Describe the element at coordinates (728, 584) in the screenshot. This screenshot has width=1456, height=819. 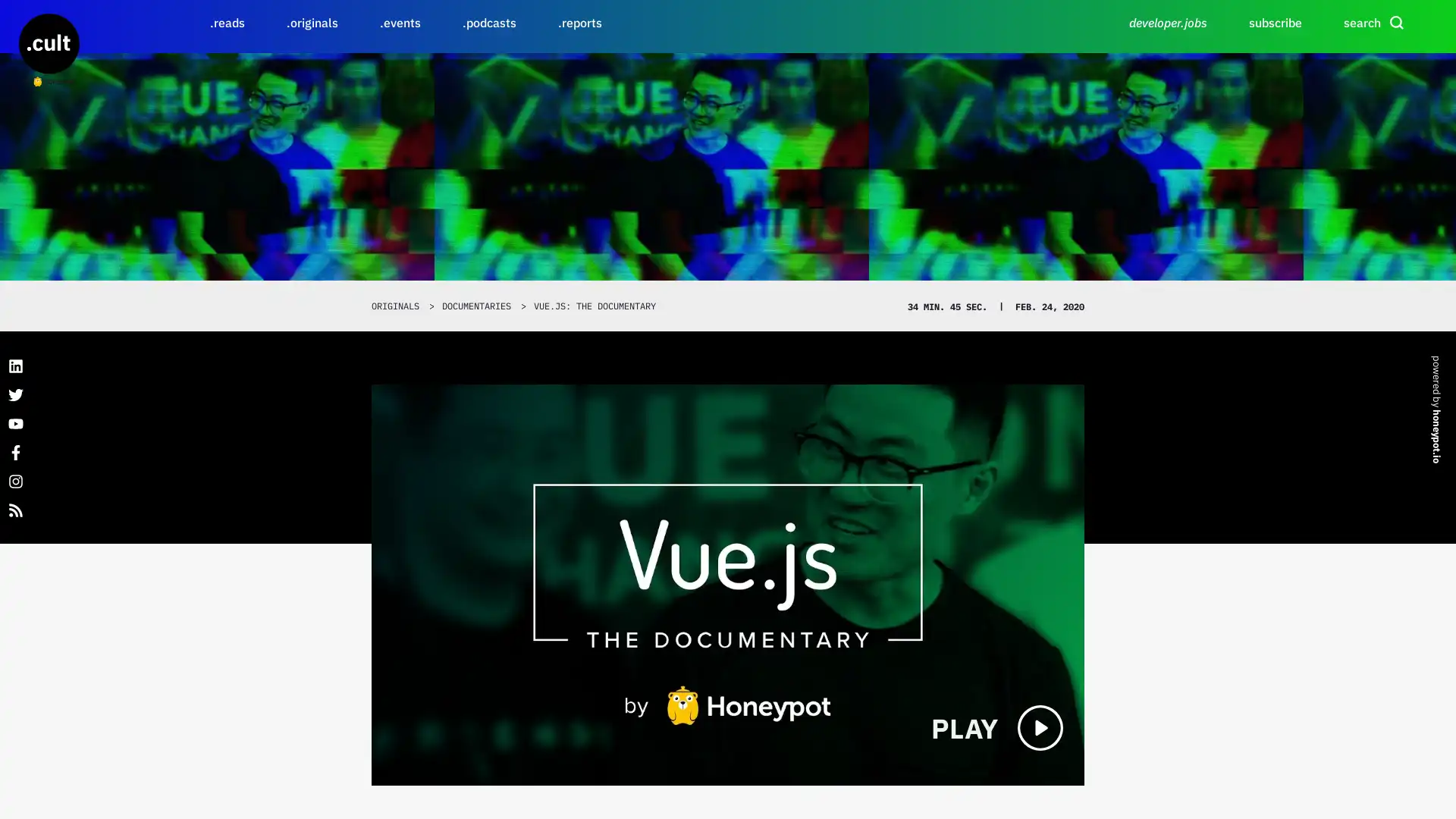
I see `Vue.js: The Documentary` at that location.